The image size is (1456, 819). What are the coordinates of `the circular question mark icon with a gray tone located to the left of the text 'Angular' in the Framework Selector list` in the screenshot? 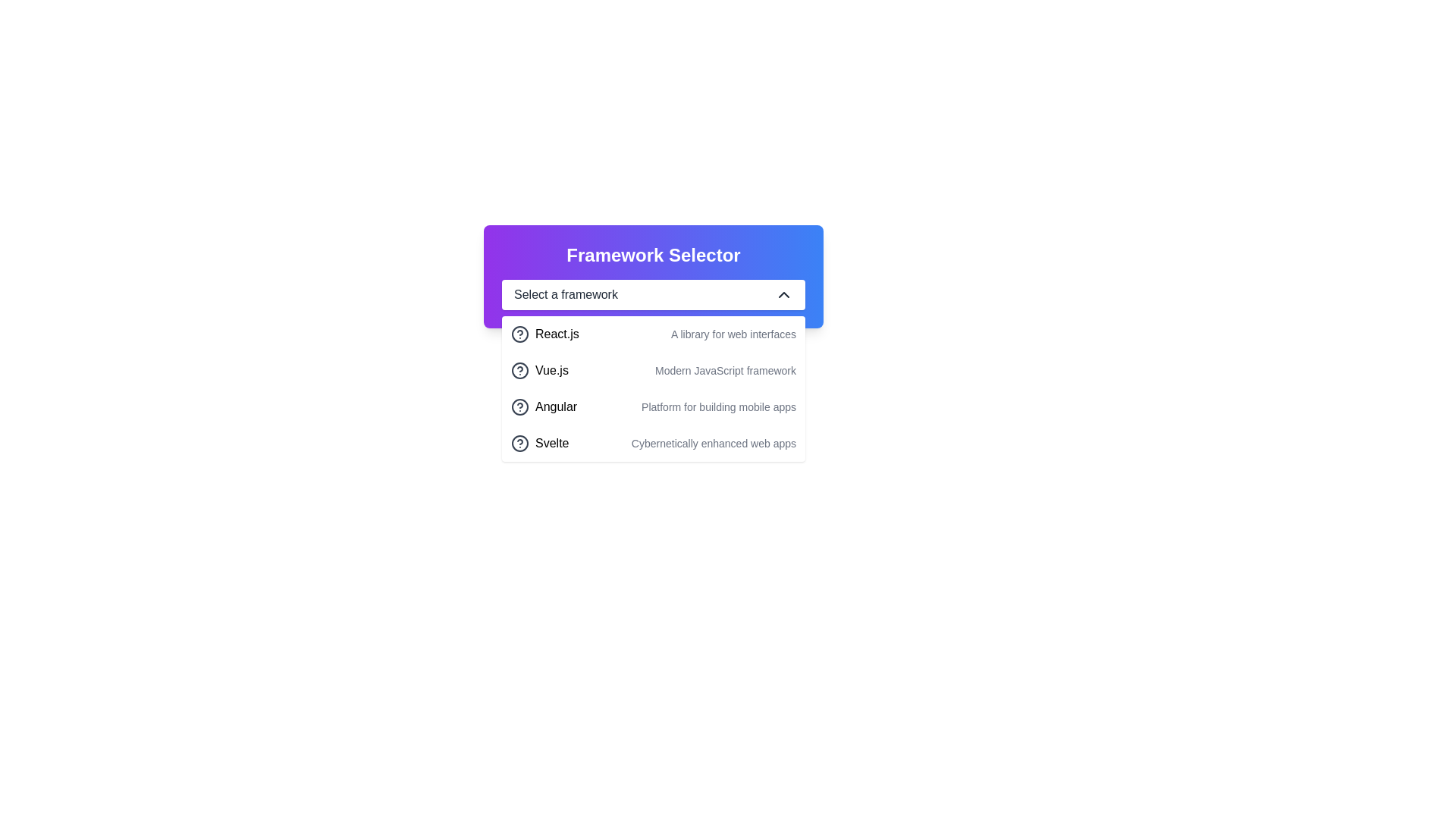 It's located at (520, 406).